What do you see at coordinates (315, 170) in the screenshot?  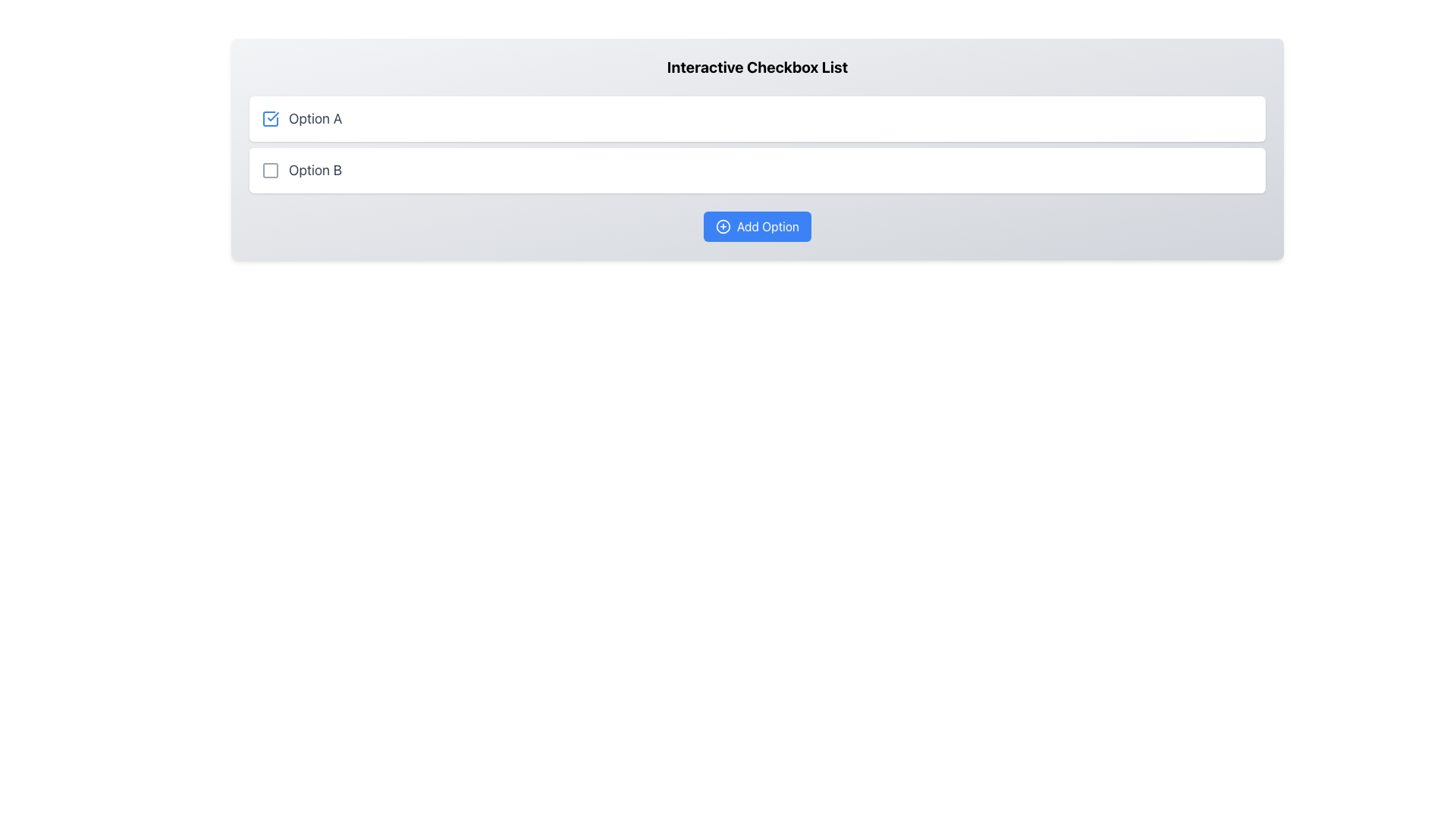 I see `the text label next to the checkbox in the second row of the 'Interactive Checkbox List' to emphasize selection` at bounding box center [315, 170].